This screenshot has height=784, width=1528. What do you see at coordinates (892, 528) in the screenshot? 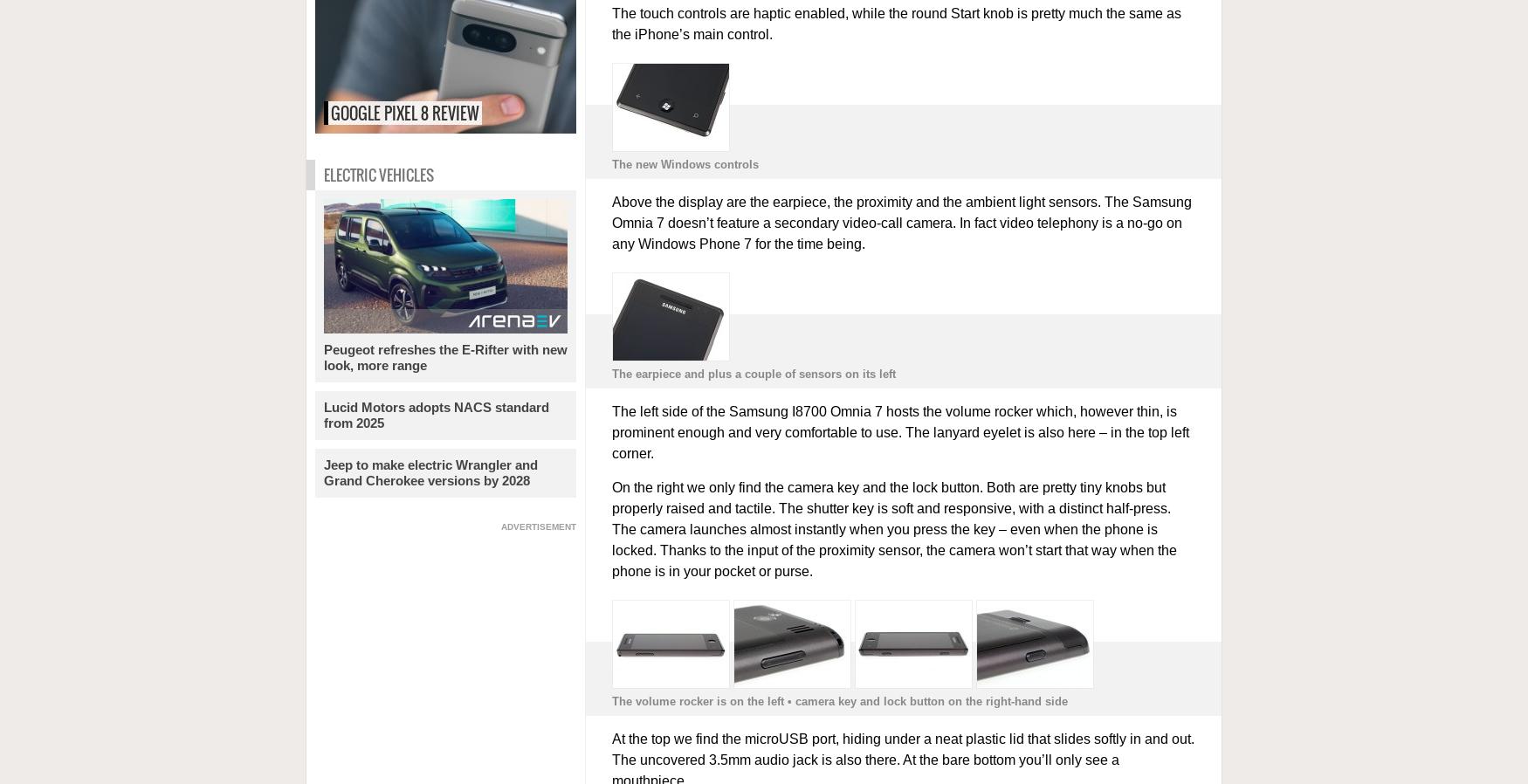
I see `'On the right we only find the camera key and the lock button. Both are pretty tiny knobs but properly raised and tactile. The shutter key is soft and responsive, with a distinct half-press. The camera launches almost instantly when you press the key – even when the phone is locked. Thanks to the input of the proximity sensor, the camera won’t start that way when the phone is in your pocket or purse.'` at bounding box center [892, 528].